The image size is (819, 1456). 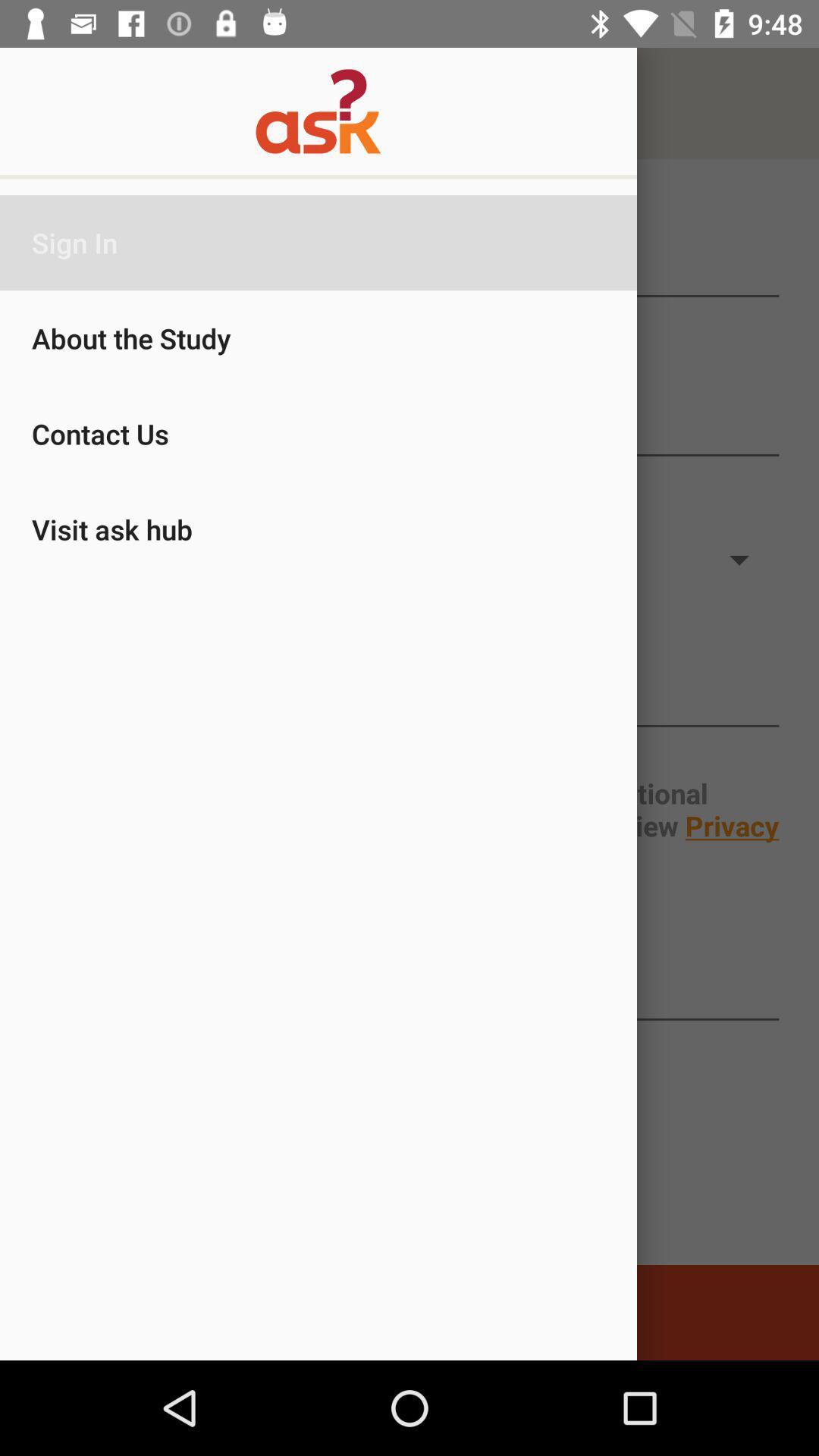 What do you see at coordinates (409, 426) in the screenshot?
I see `text above visit ask hub` at bounding box center [409, 426].